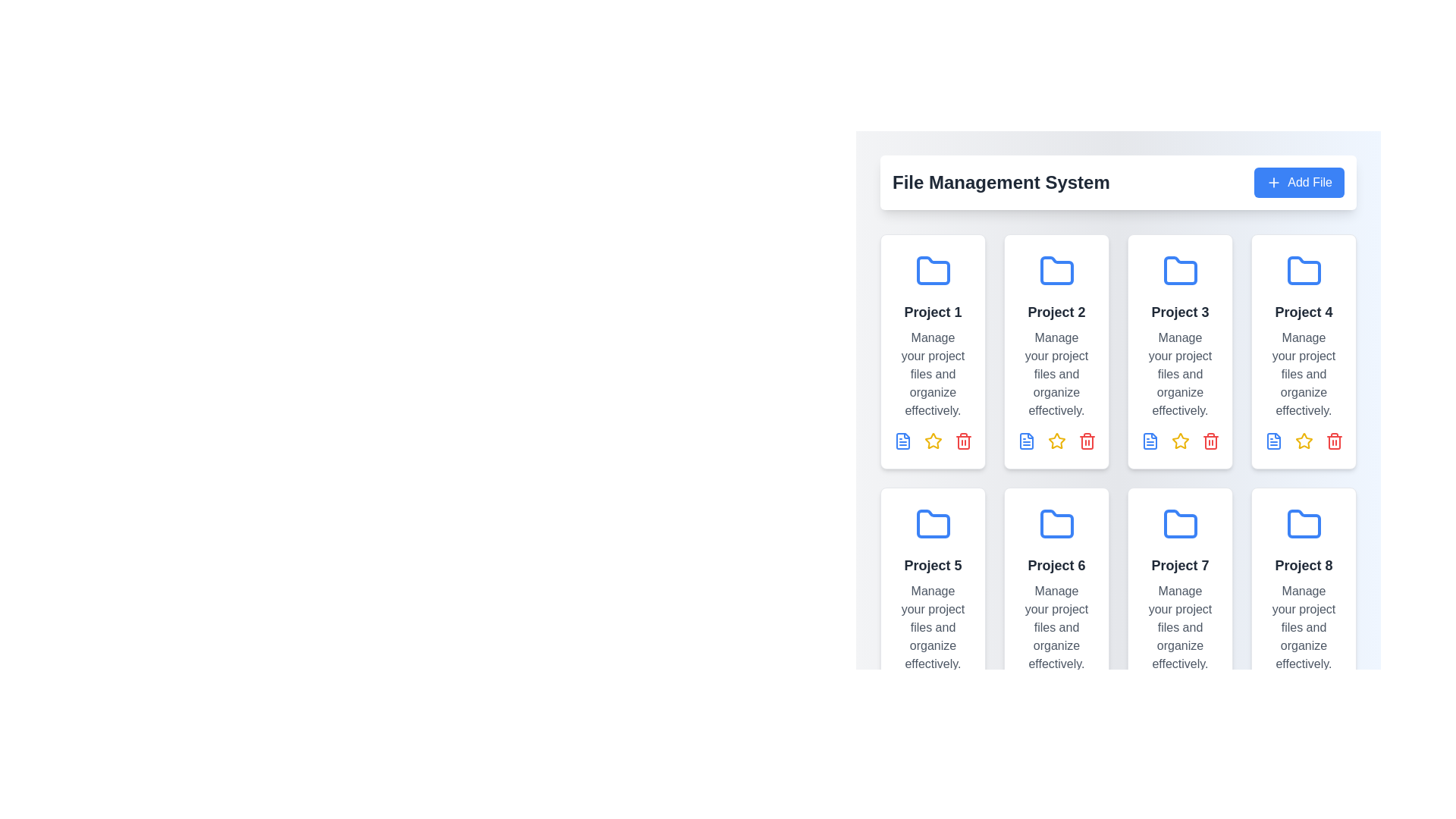  What do you see at coordinates (1001, 181) in the screenshot?
I see `the static text that serves as a title for the application section, located to the left of the blue 'Add File' button` at bounding box center [1001, 181].